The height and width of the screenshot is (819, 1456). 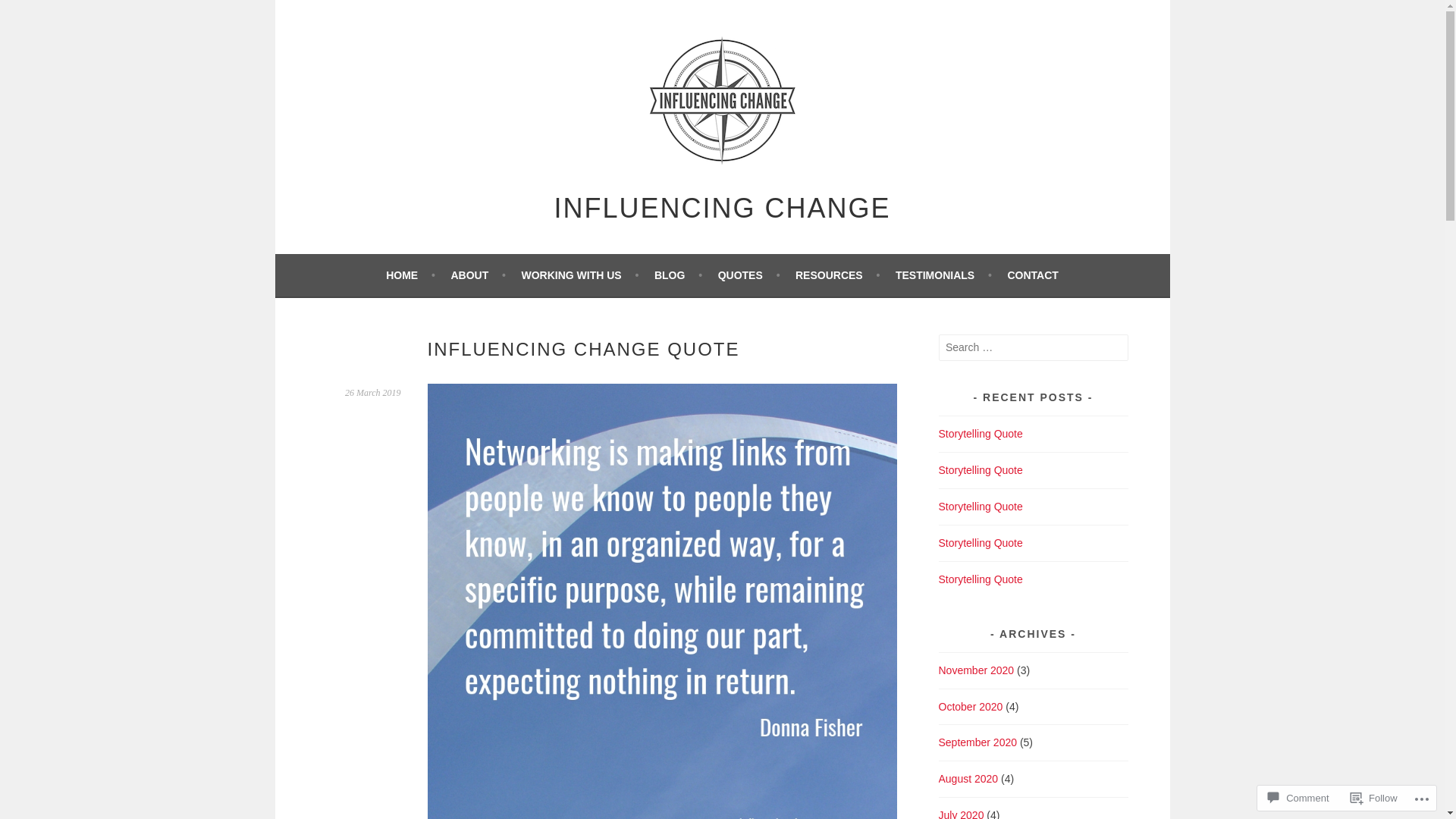 I want to click on 'August 2020', so click(x=968, y=778).